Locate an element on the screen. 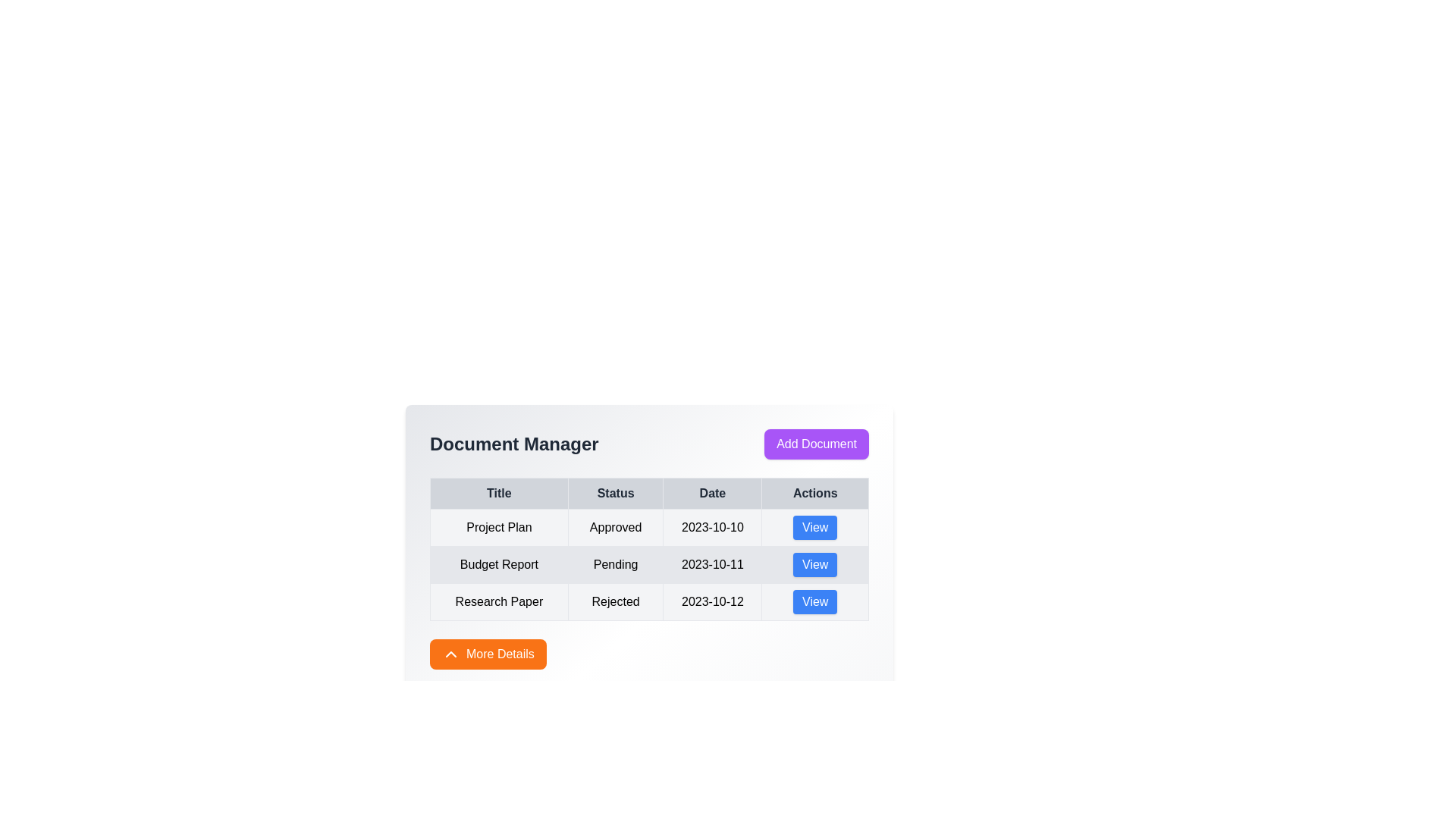 Image resolution: width=1456 pixels, height=819 pixels. document title 'Project Plan' and its status 'Approved' from the first row of the tabular structure in the 'Document Manager' is located at coordinates (649, 526).